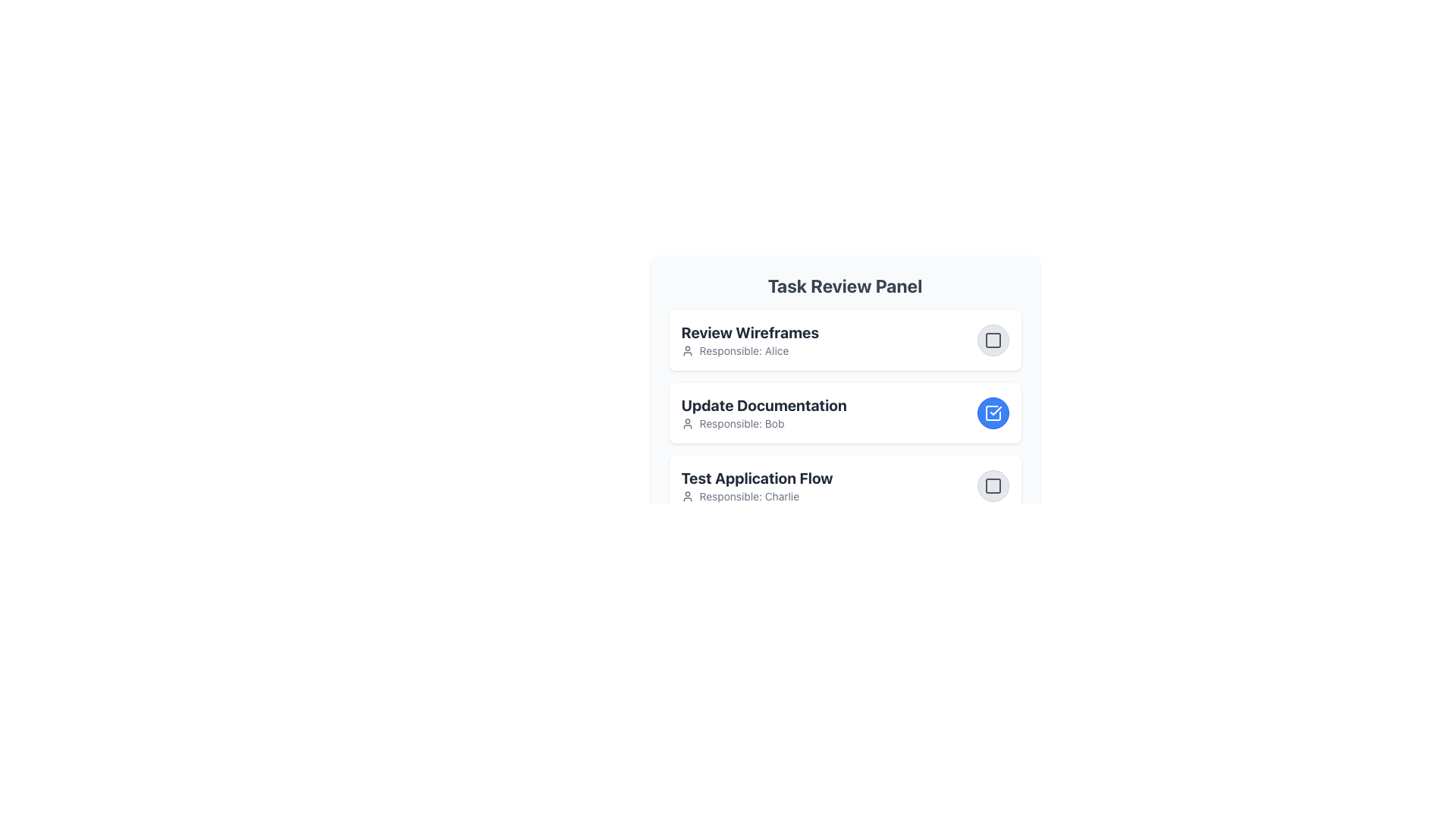 This screenshot has height=819, width=1456. What do you see at coordinates (993, 413) in the screenshot?
I see `the checkbox styled button with a checkmark icon` at bounding box center [993, 413].